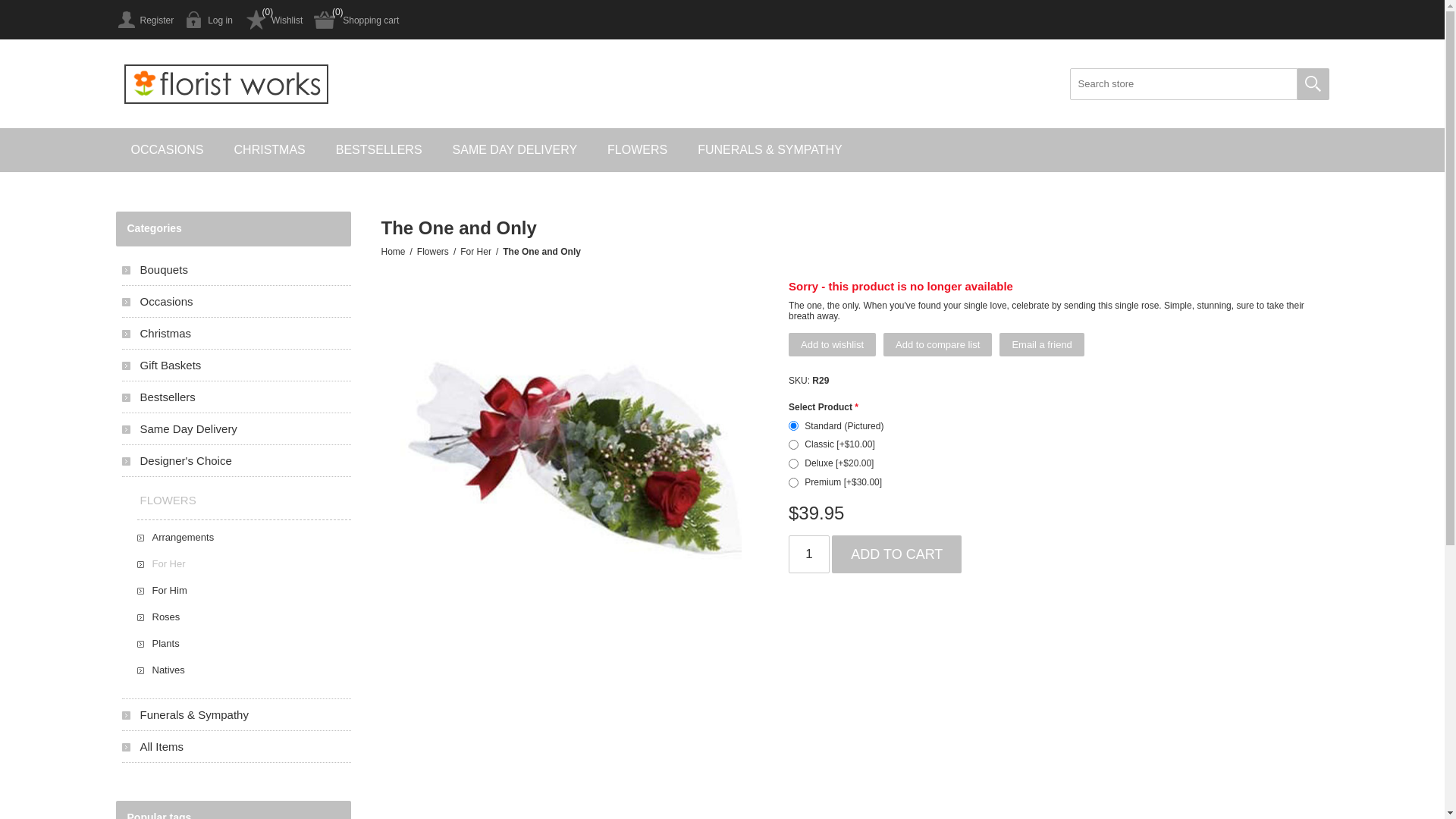 This screenshot has width=1456, height=819. What do you see at coordinates (937, 344) in the screenshot?
I see `'Add to compare list'` at bounding box center [937, 344].